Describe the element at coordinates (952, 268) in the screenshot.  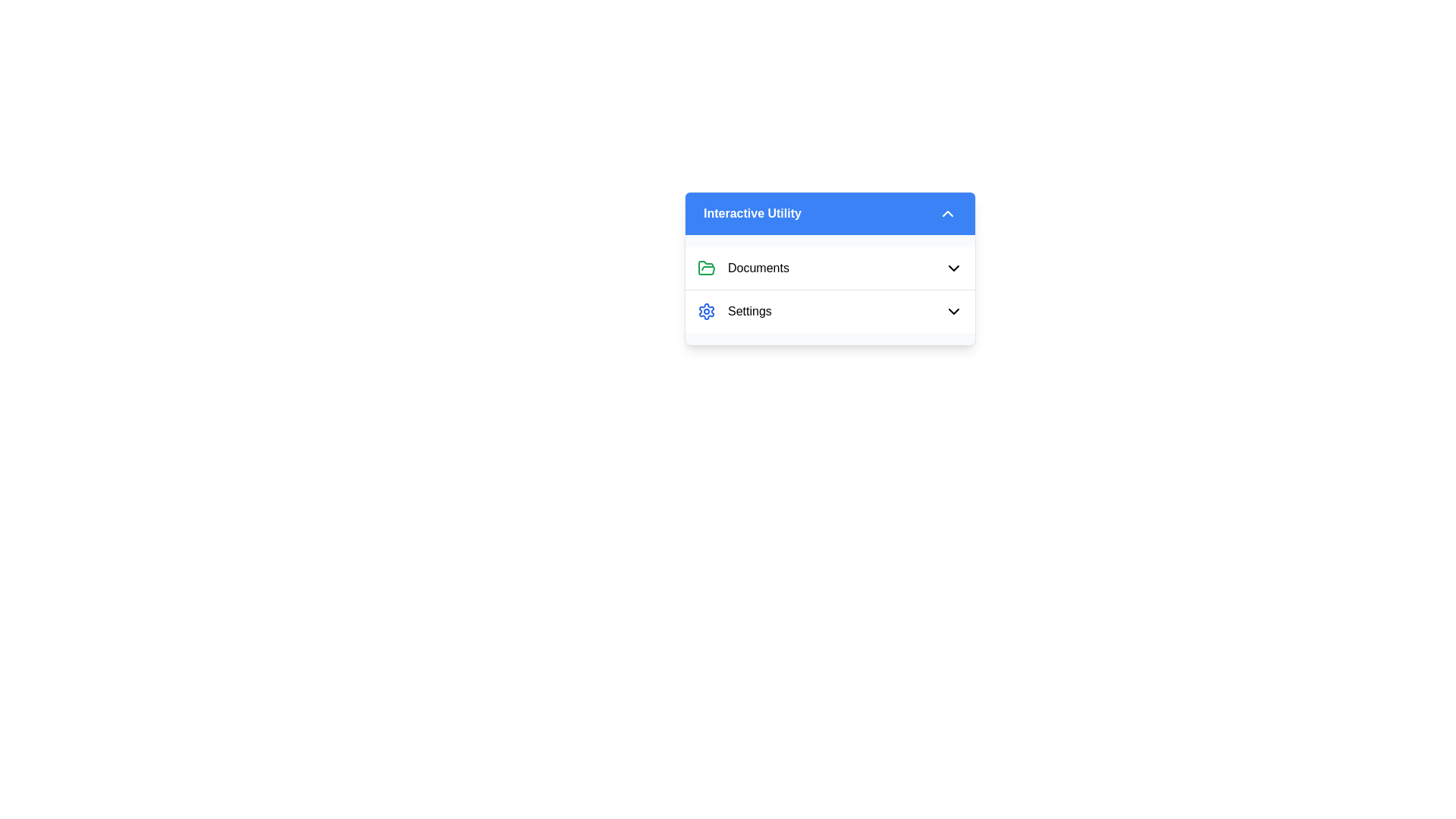
I see `the Dropdown Toggle Button (Chevron Icon) located at the far-right of the row containing the 'Documents' label` at that location.